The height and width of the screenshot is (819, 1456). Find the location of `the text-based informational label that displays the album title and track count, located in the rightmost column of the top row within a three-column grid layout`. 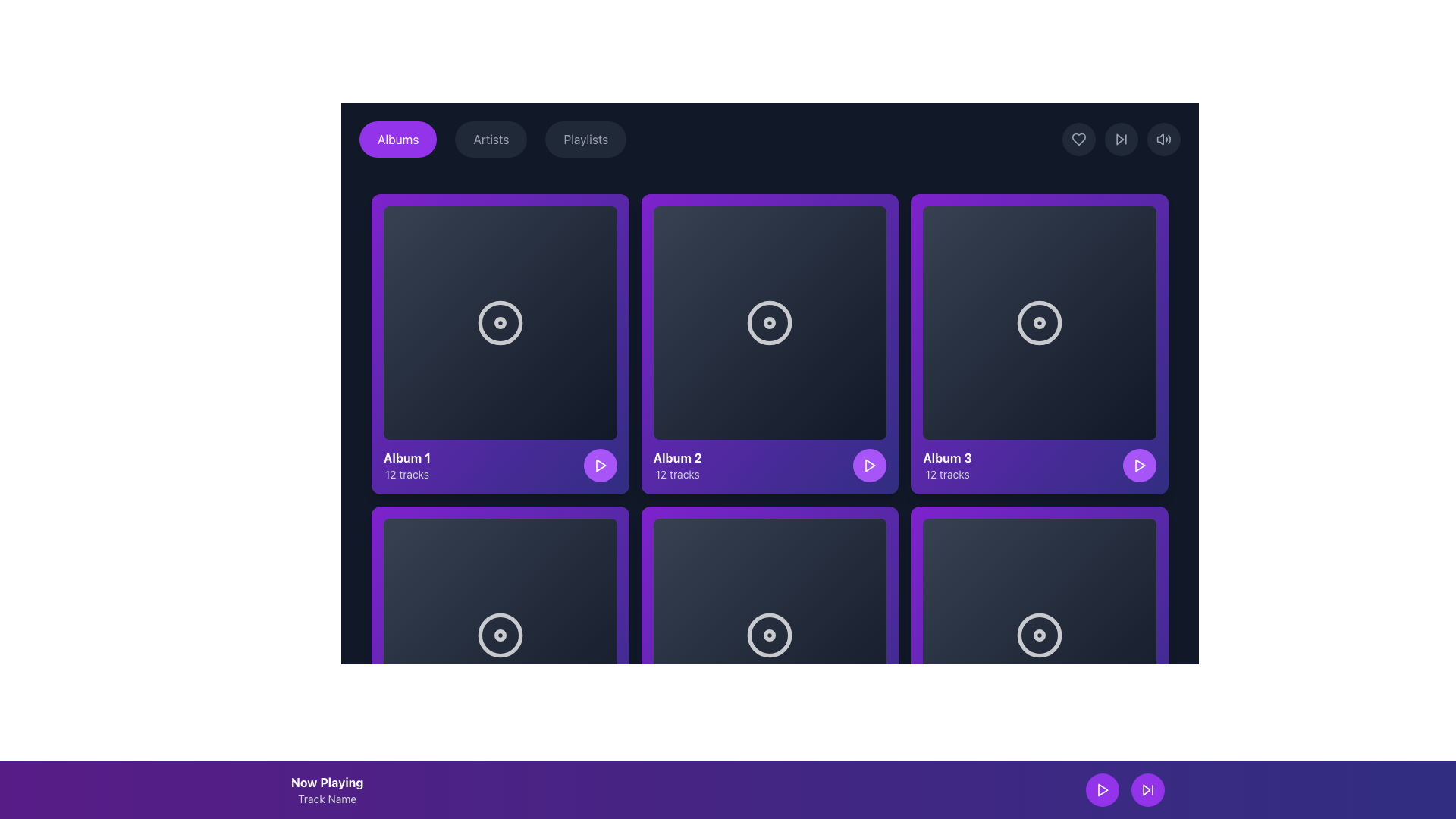

the text-based informational label that displays the album title and track count, located in the rightmost column of the top row within a three-column grid layout is located at coordinates (946, 464).